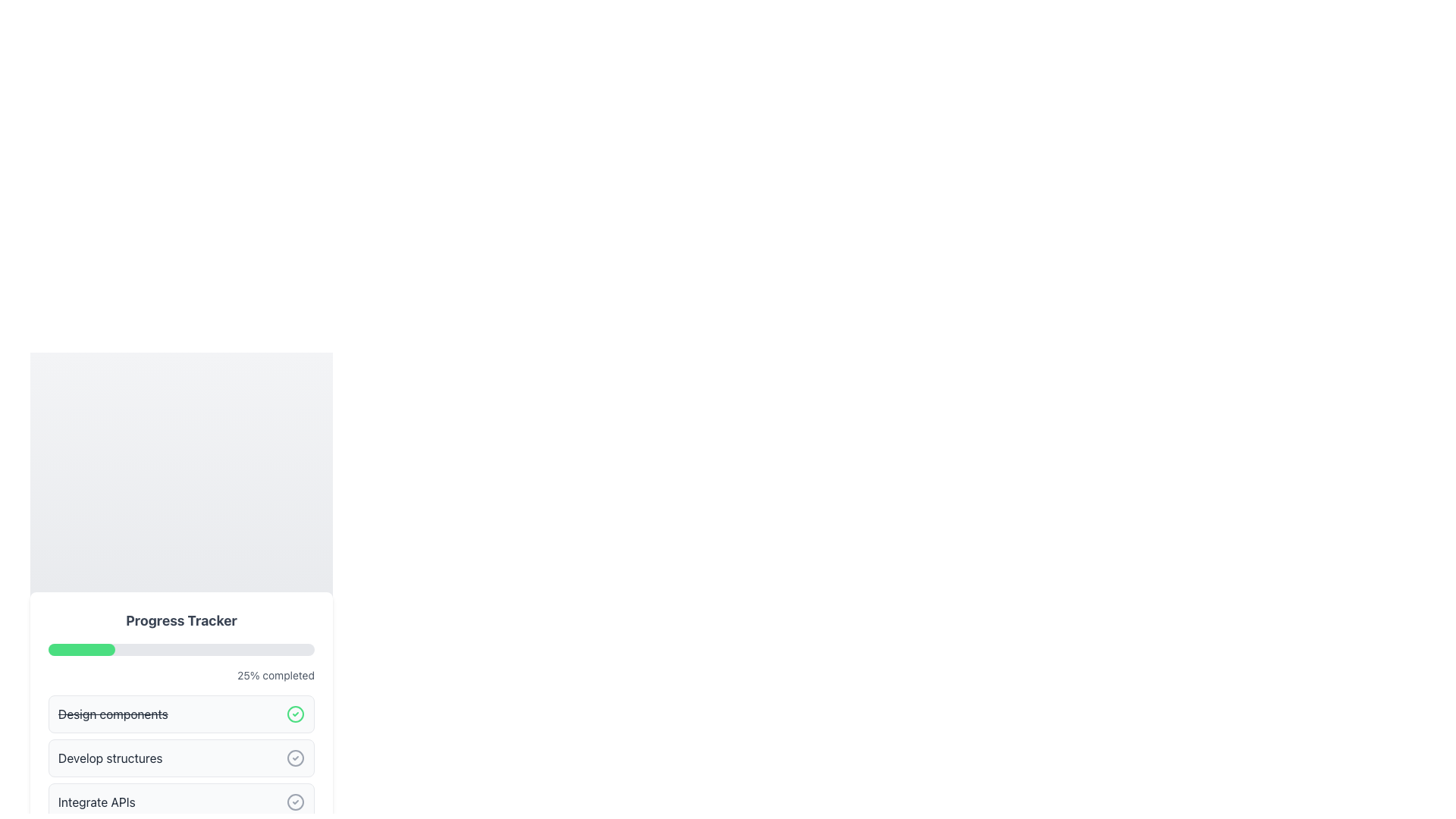 The height and width of the screenshot is (819, 1456). Describe the element at coordinates (181, 648) in the screenshot. I see `the visual progress of the horizontal progress bar located below the title 'Progress Tracker' and above the text '25% completed'` at that location.